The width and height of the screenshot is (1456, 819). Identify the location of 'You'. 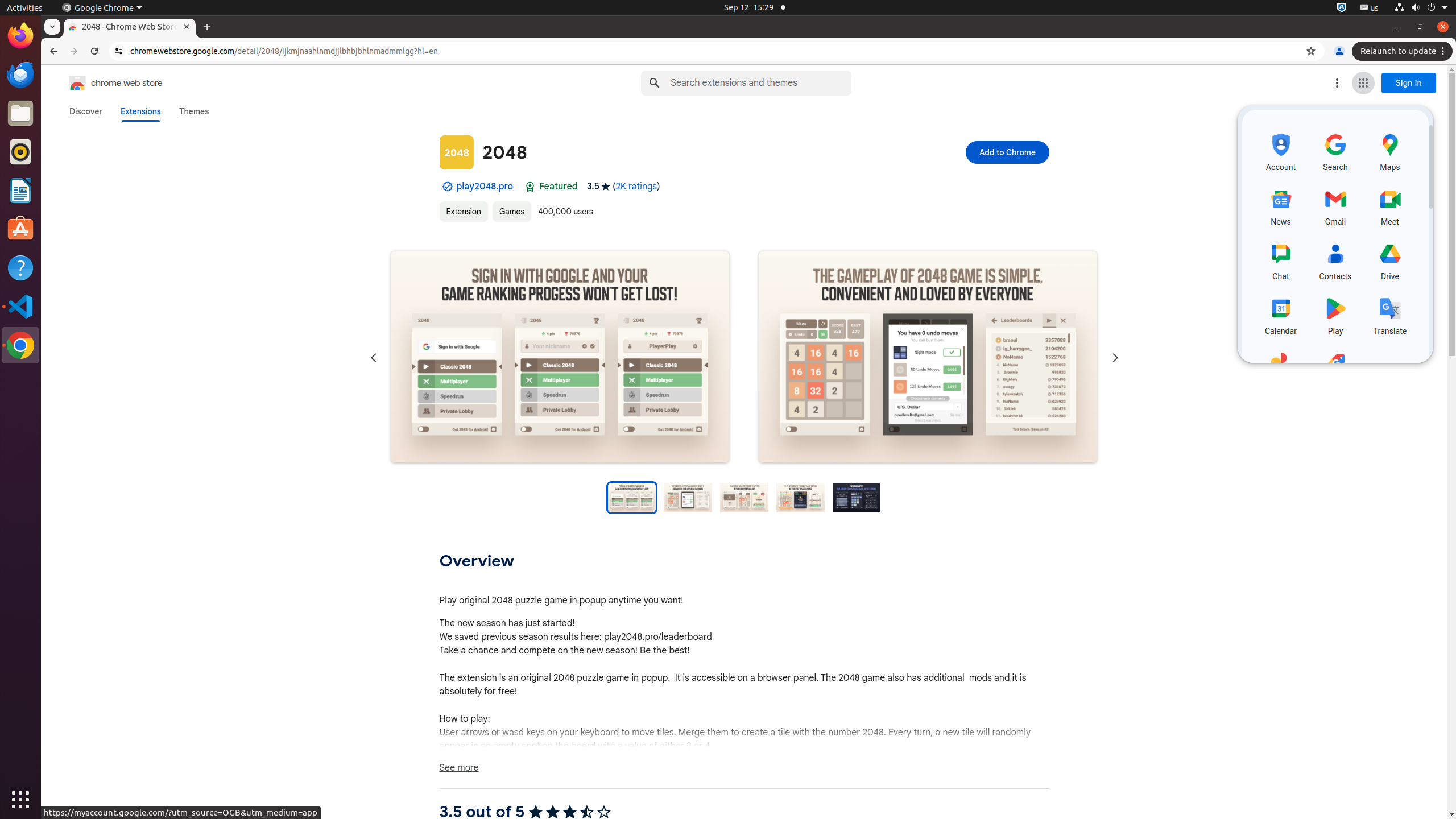
(1338, 51).